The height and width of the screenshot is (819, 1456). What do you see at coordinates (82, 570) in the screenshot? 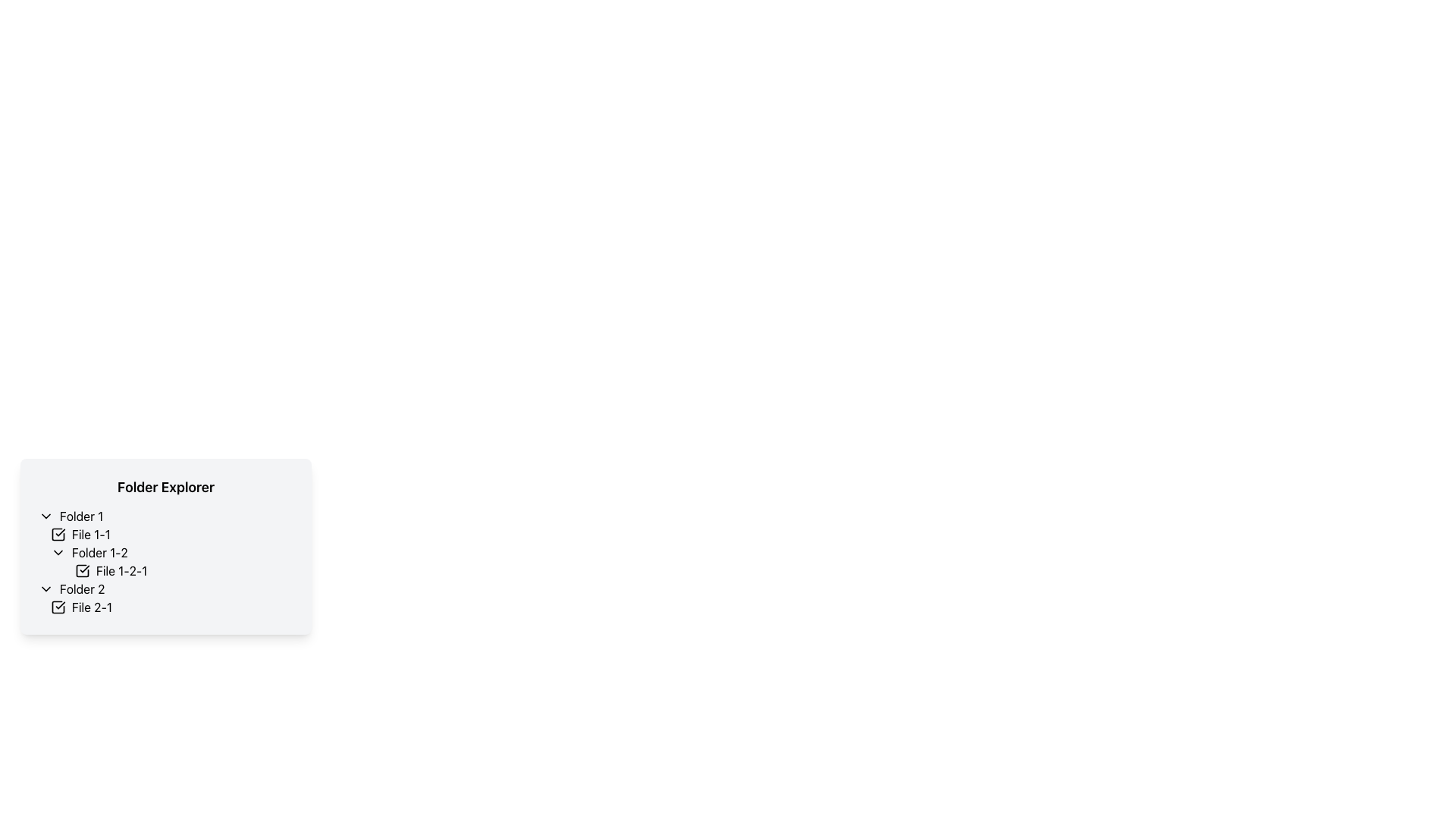
I see `the checkbox located to the left of the text 'File 1-2-1' within the 'Folder 1-2' section` at bounding box center [82, 570].